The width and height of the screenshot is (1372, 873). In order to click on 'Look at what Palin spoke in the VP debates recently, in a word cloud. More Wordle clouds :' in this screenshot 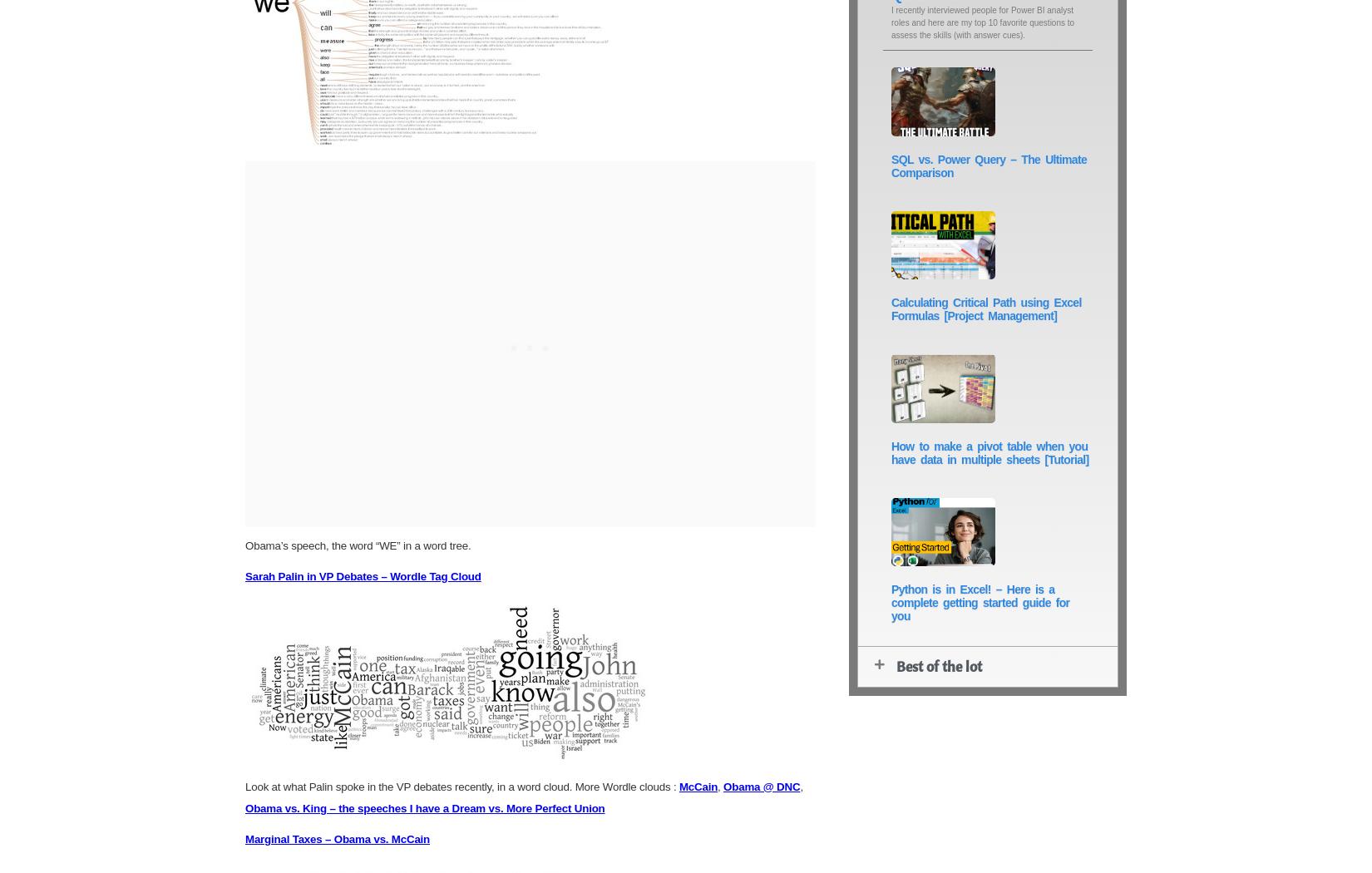, I will do `click(461, 785)`.